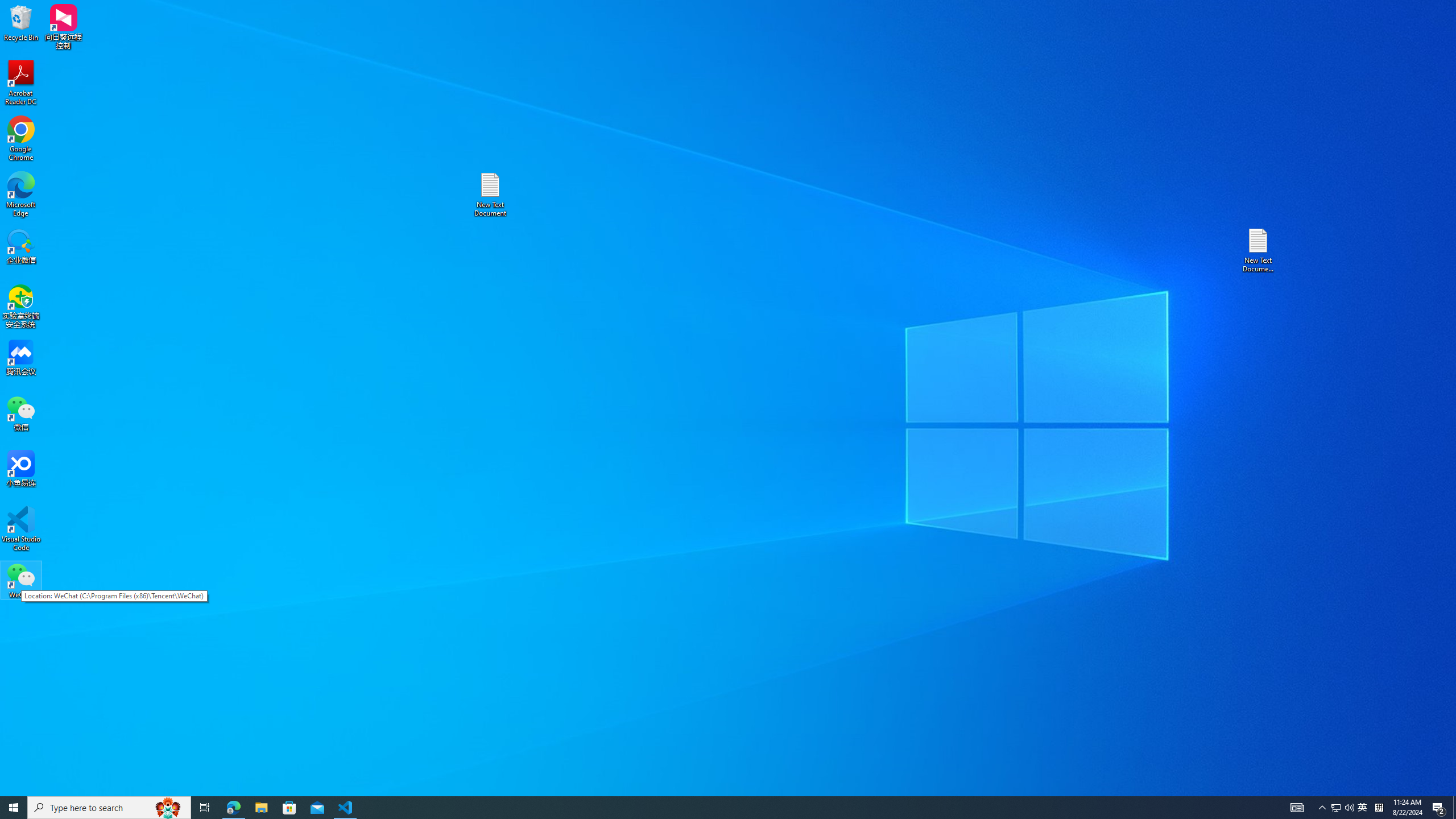 The width and height of the screenshot is (1456, 819). What do you see at coordinates (260, 806) in the screenshot?
I see `'File Explorer'` at bounding box center [260, 806].